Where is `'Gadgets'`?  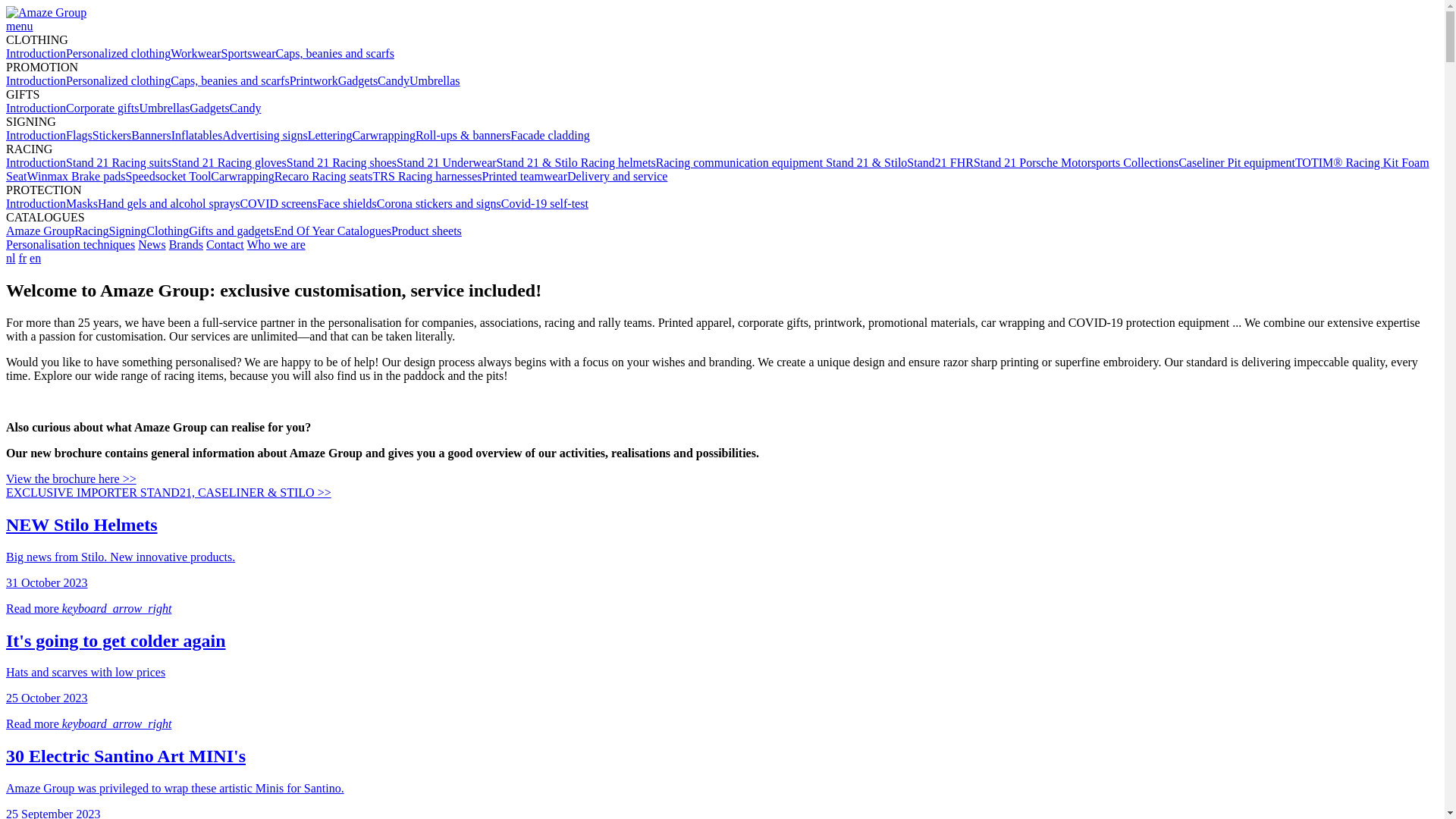
'Gadgets' is located at coordinates (188, 107).